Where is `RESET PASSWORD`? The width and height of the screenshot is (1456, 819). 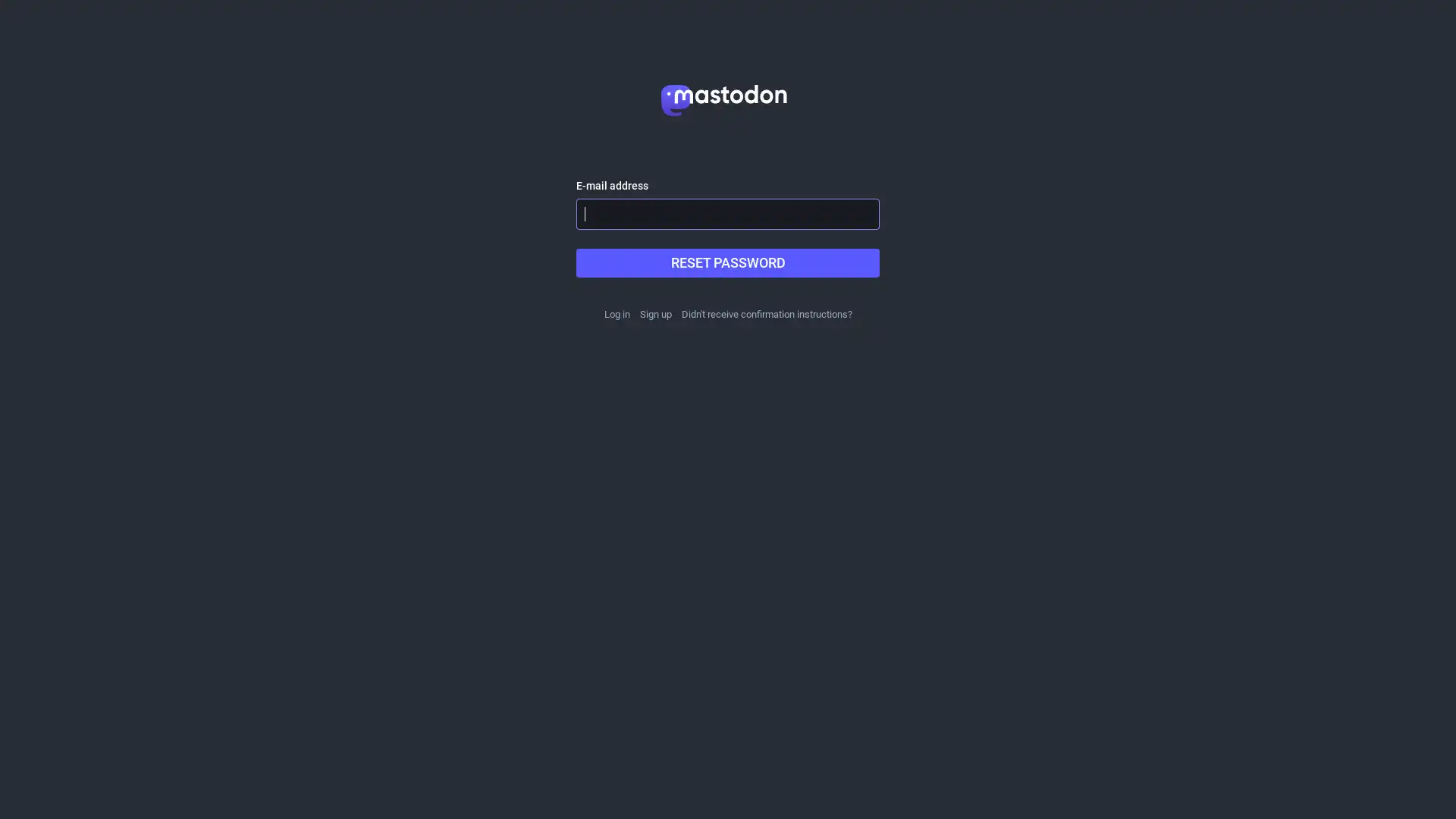 RESET PASSWORD is located at coordinates (728, 262).